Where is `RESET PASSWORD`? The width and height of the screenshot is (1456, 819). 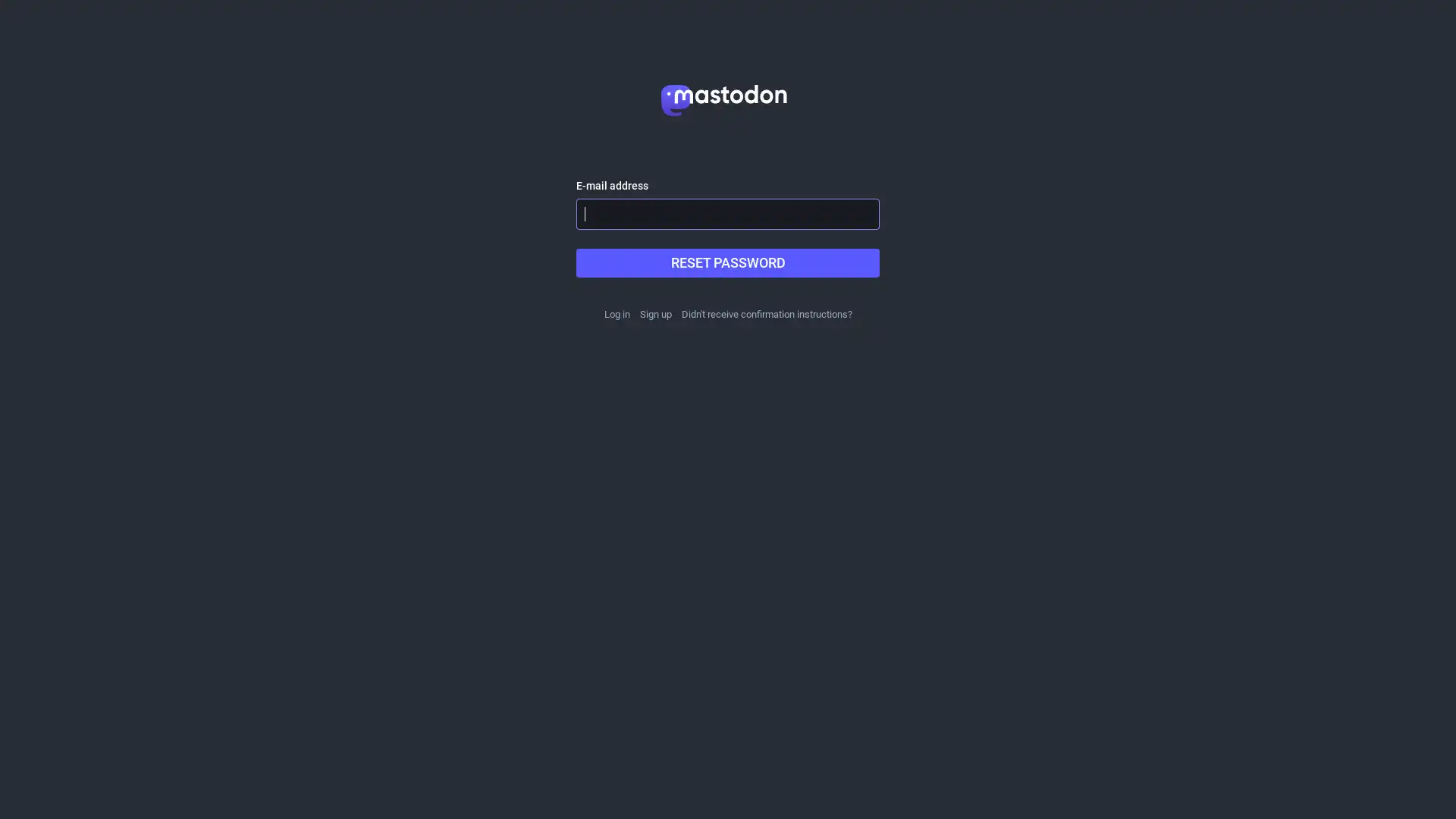 RESET PASSWORD is located at coordinates (728, 262).